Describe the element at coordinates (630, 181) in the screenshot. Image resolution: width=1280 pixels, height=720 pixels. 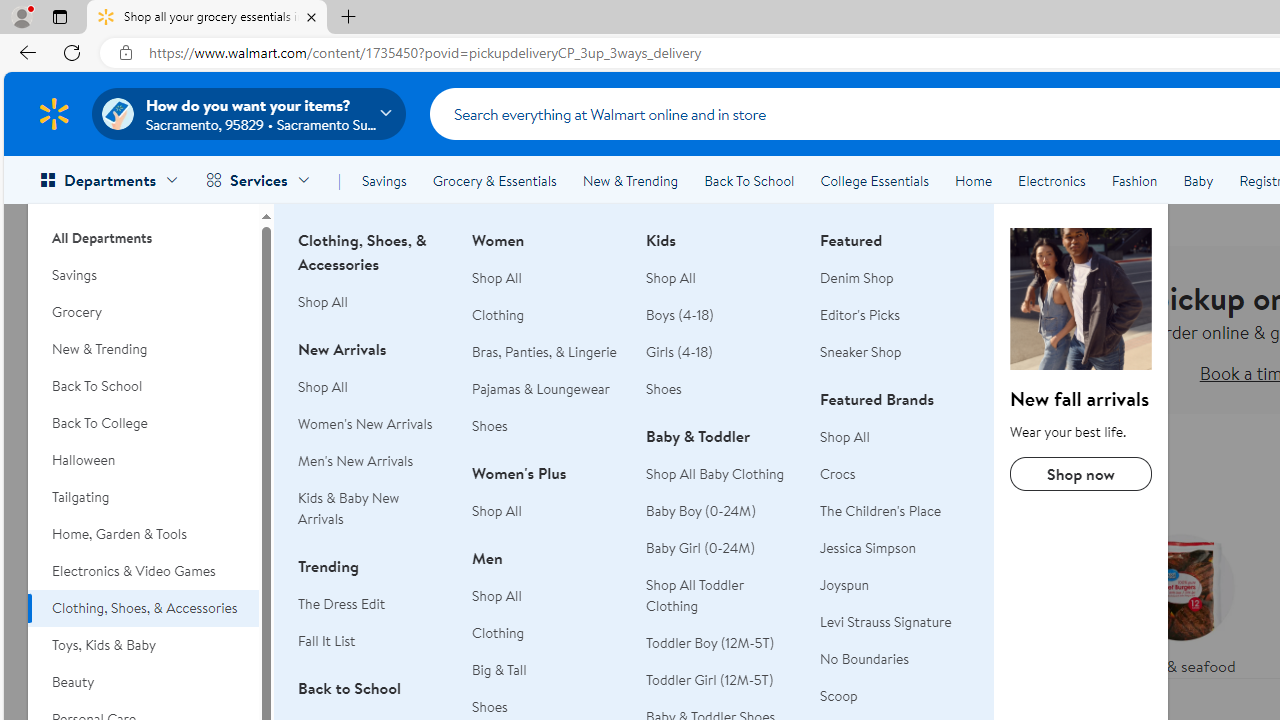
I see `'New & Trending'` at that location.